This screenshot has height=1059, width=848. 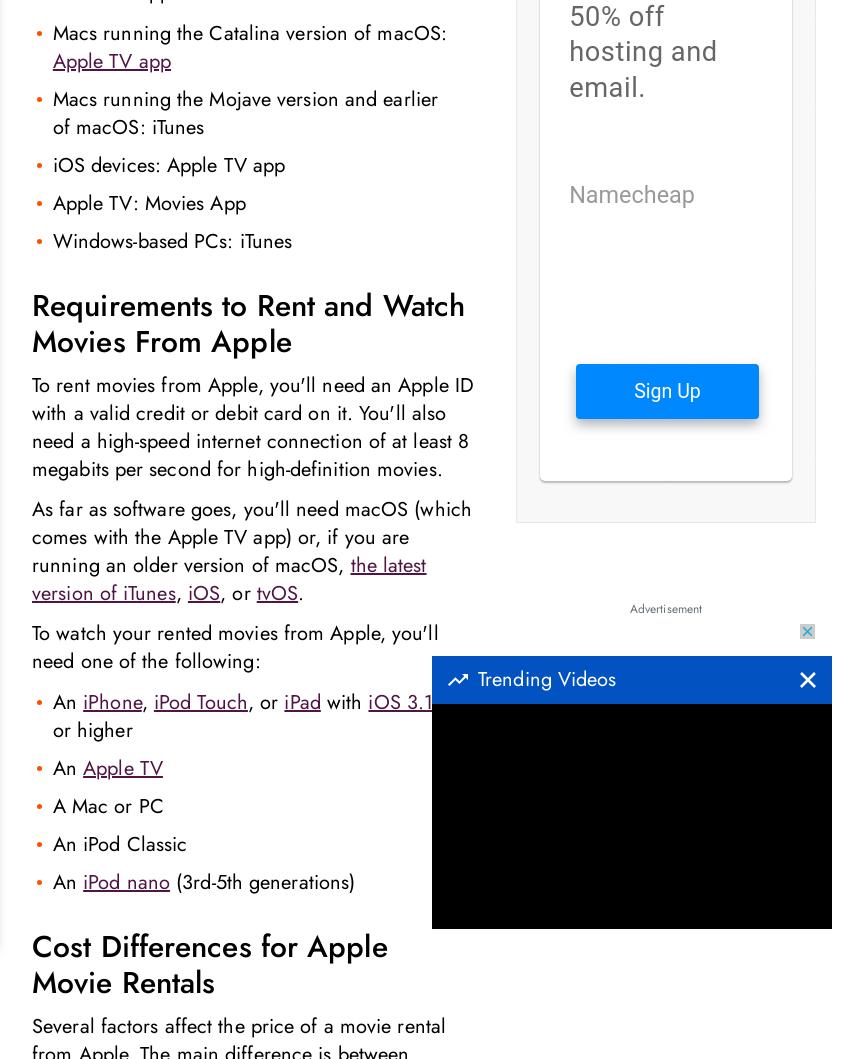 What do you see at coordinates (171, 241) in the screenshot?
I see `'Windows-based PCs: iTunes'` at bounding box center [171, 241].